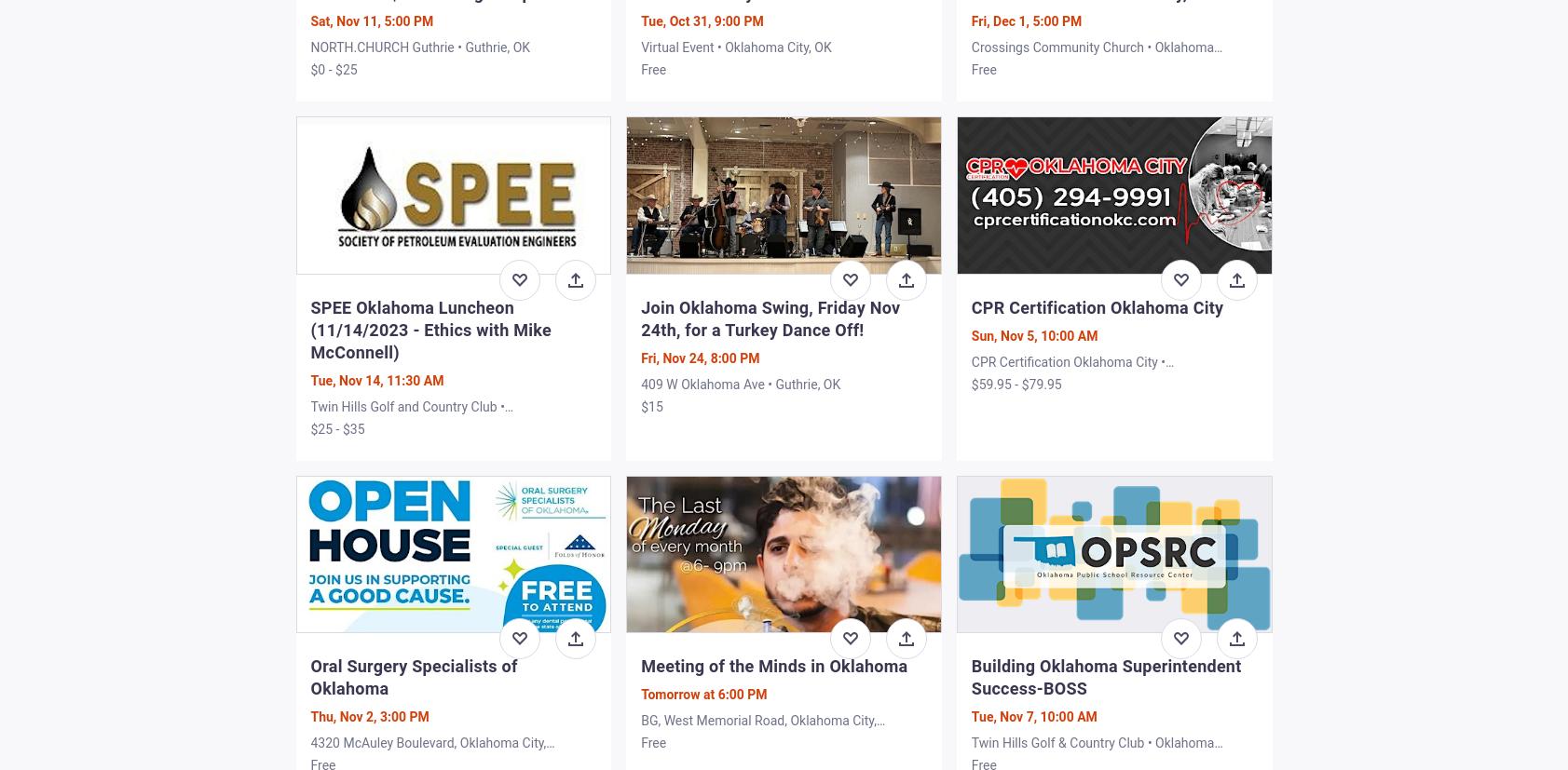 The image size is (1568, 770). What do you see at coordinates (970, 306) in the screenshot?
I see `'CPR Certification Oklahoma City'` at bounding box center [970, 306].